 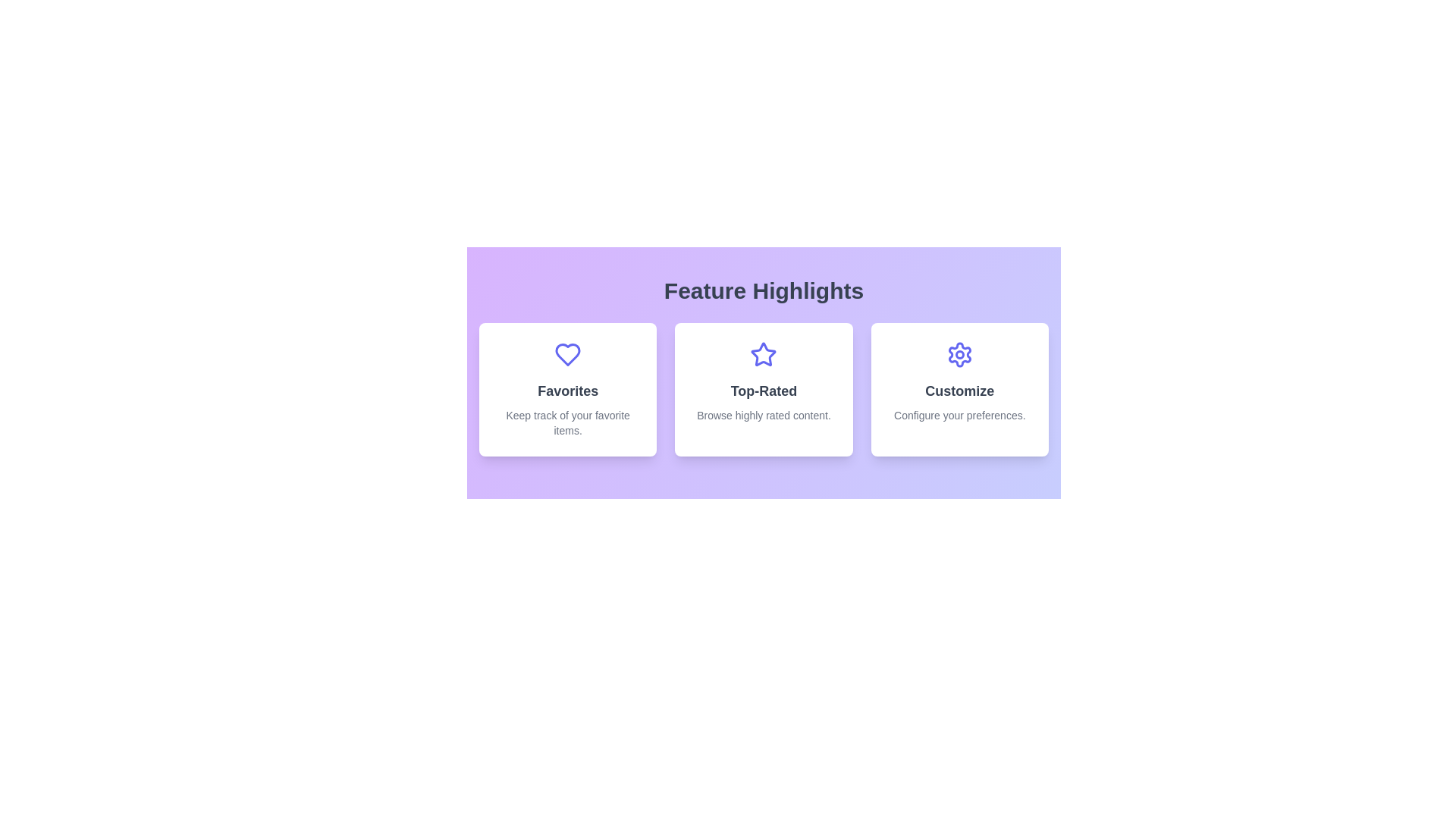 What do you see at coordinates (959, 354) in the screenshot?
I see `the gear-shaped icon located in the 'Customize' section` at bounding box center [959, 354].